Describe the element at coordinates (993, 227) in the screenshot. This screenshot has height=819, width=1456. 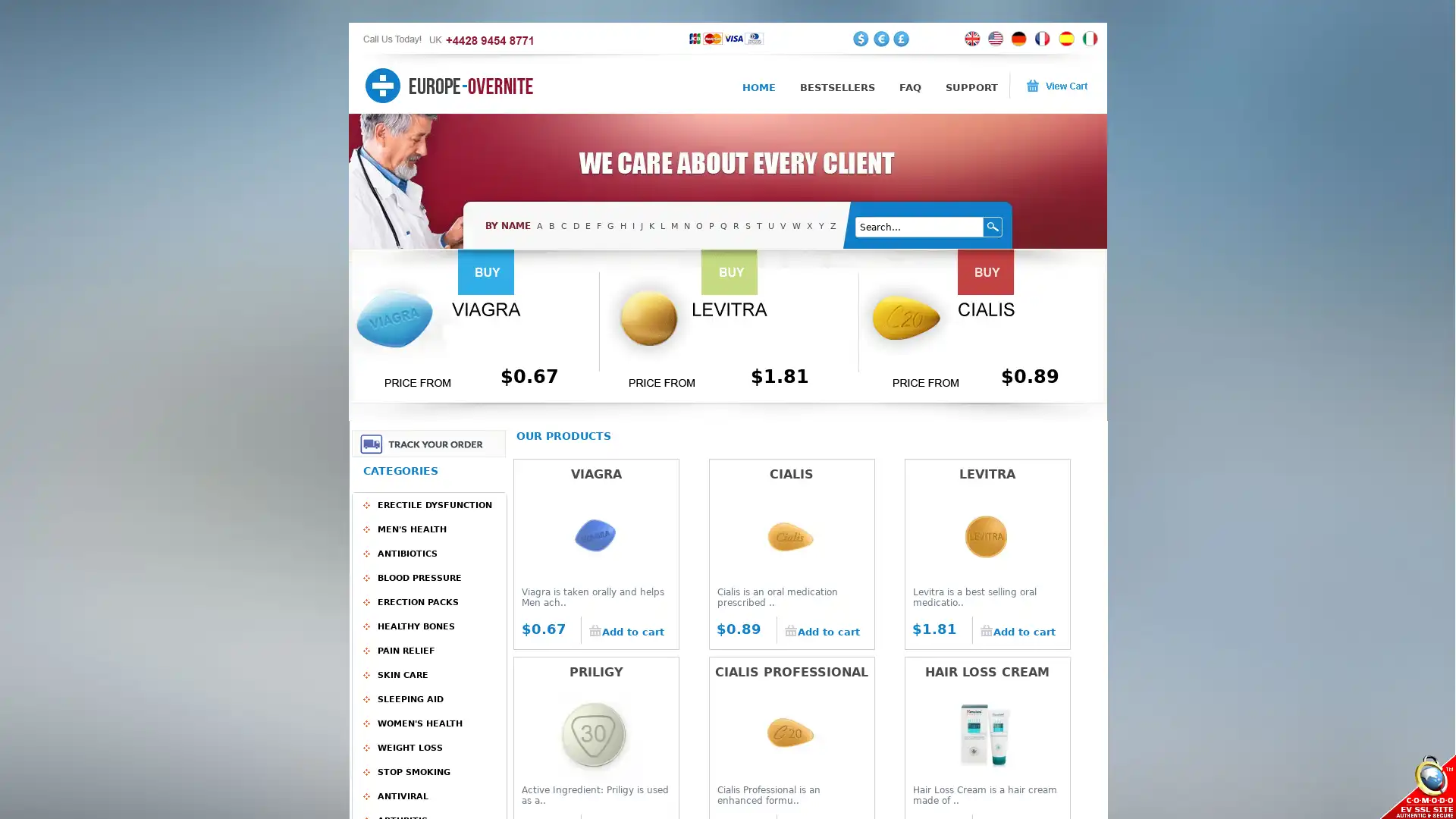
I see `.` at that location.